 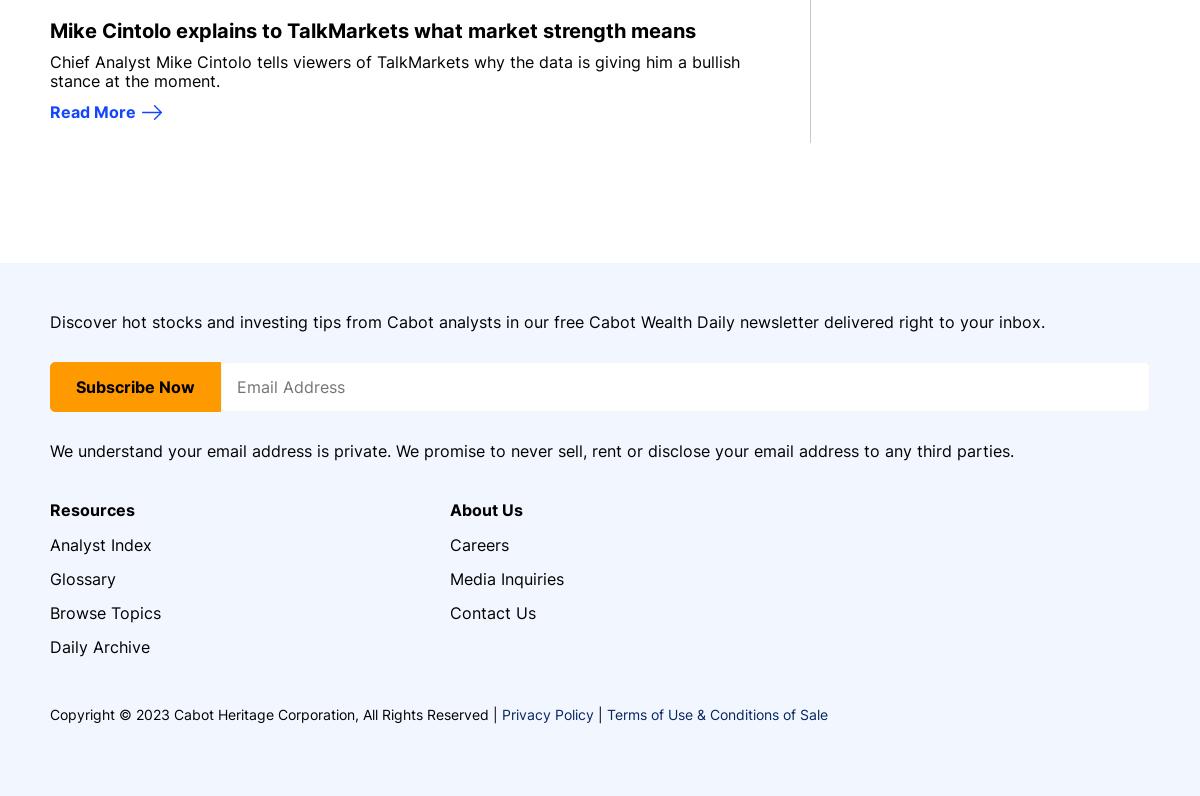 What do you see at coordinates (83, 577) in the screenshot?
I see `'Glossary'` at bounding box center [83, 577].